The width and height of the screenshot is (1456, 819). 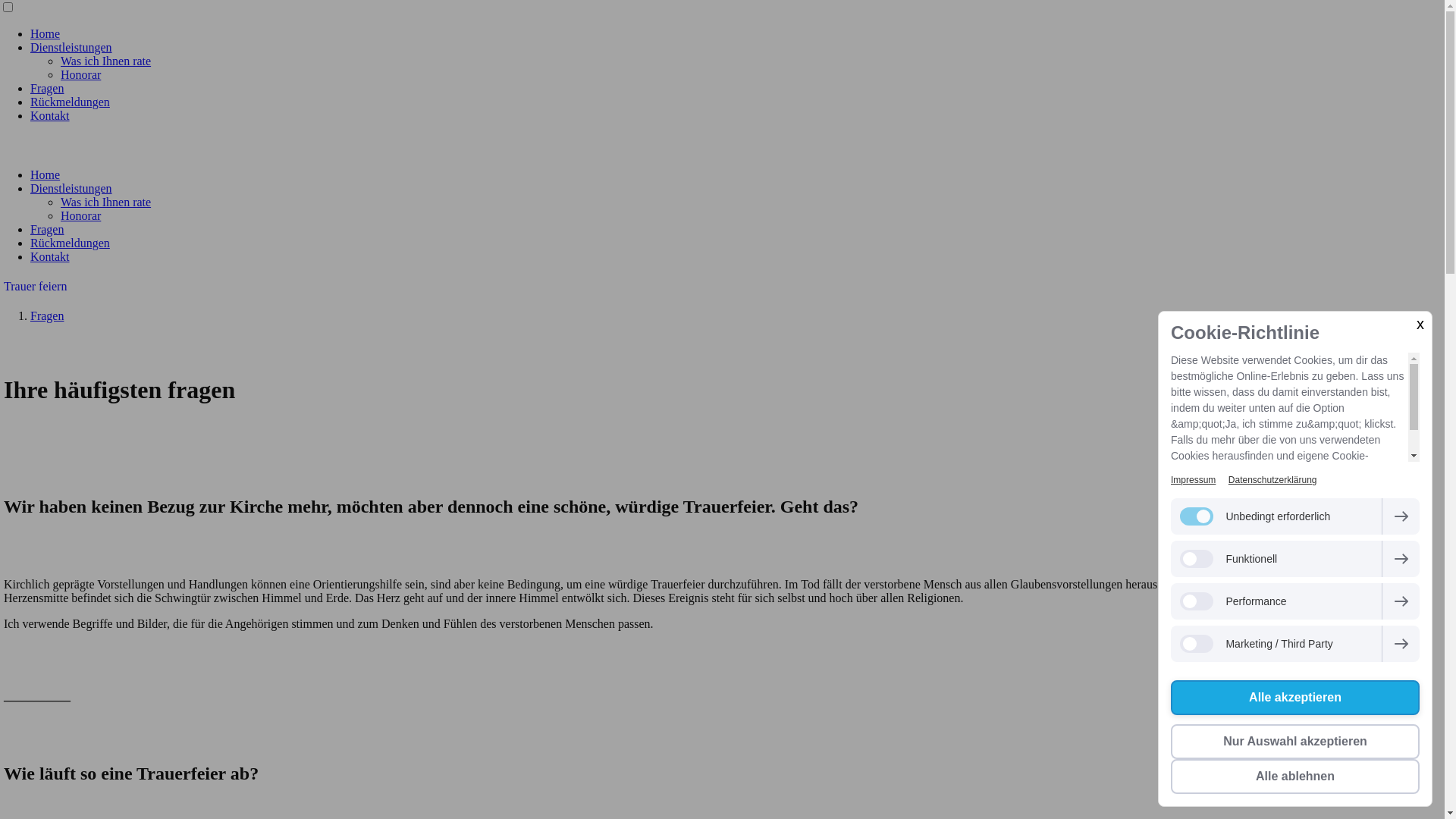 What do you see at coordinates (105, 201) in the screenshot?
I see `'Was ich Ihnen rate'` at bounding box center [105, 201].